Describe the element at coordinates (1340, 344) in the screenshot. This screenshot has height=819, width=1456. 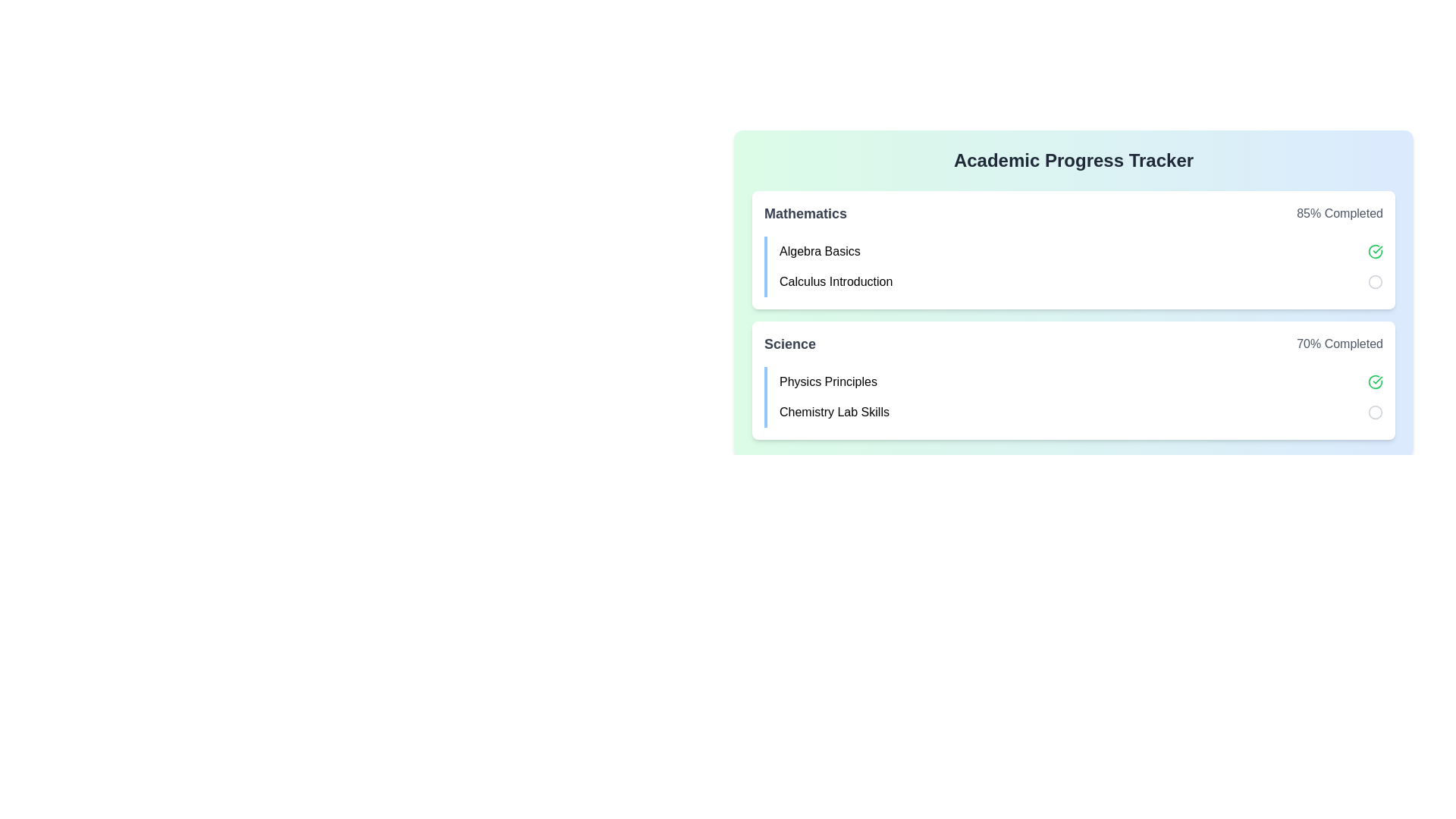
I see `the displayed percentage text '70% Completed' which is aligned to the right in a medium gray font, part of the section under the header 'Science'` at that location.